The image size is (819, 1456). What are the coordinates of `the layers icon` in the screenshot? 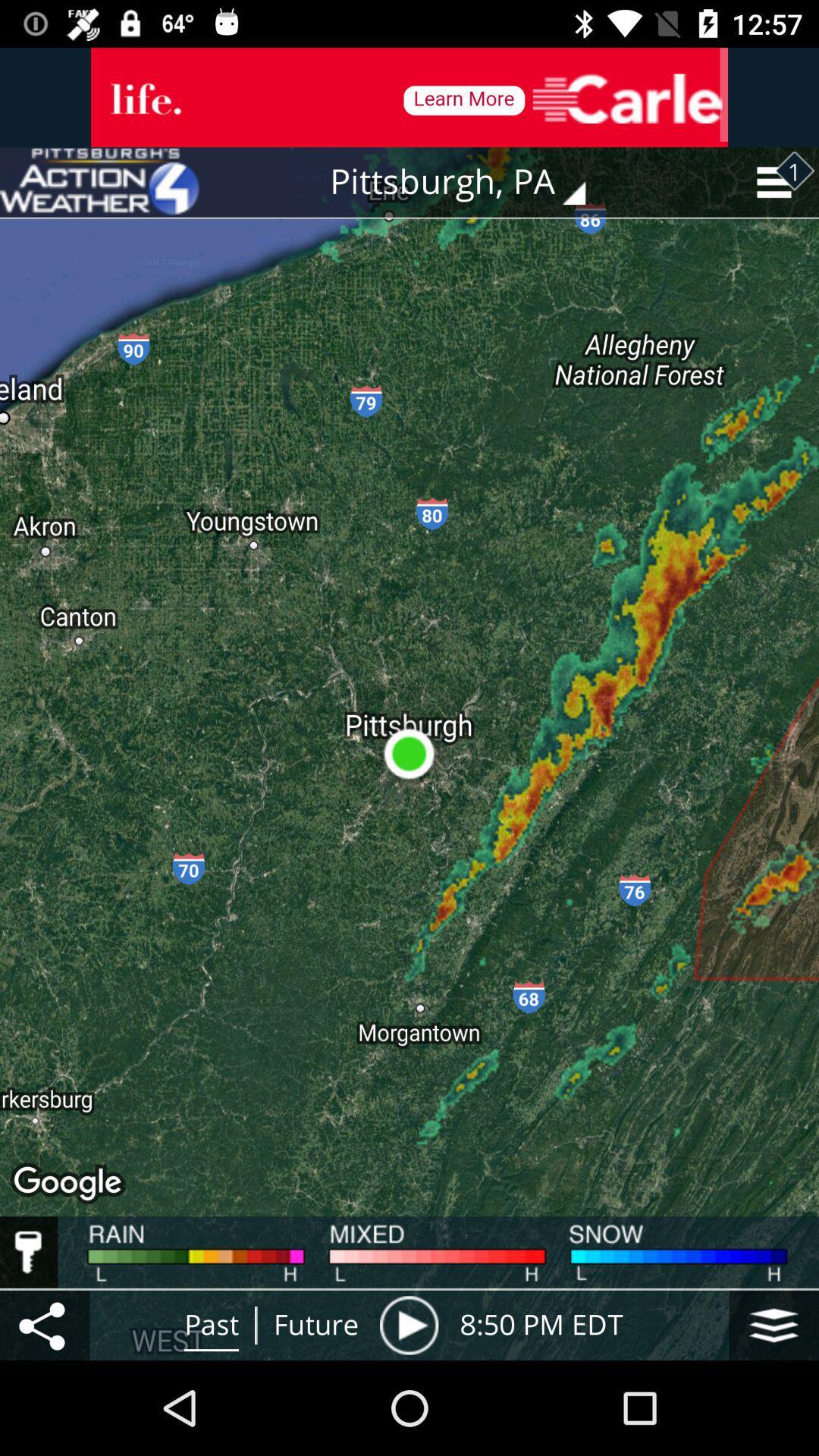 It's located at (773, 1324).